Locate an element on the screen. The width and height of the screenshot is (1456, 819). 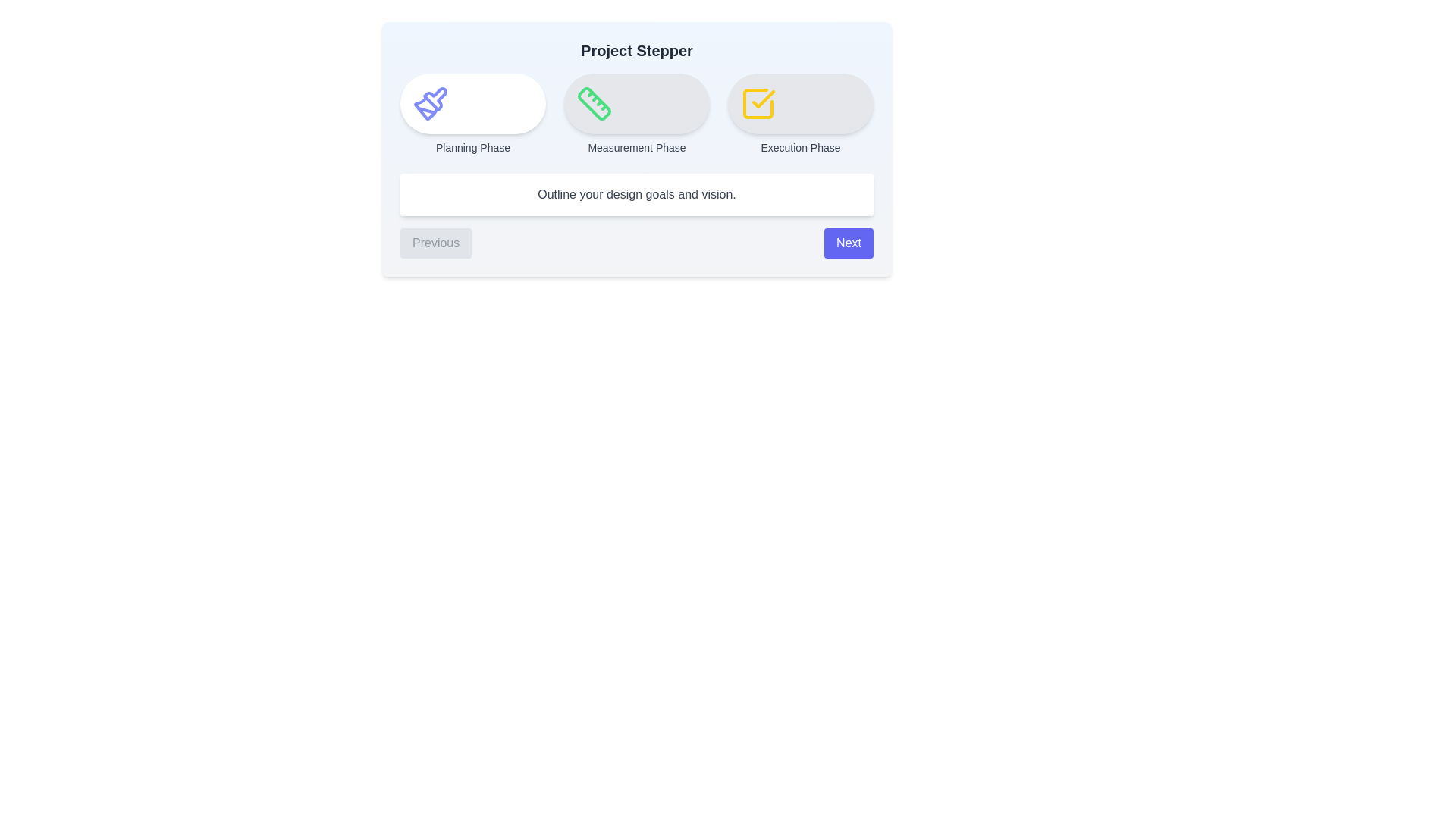
the step icon corresponding to Execution Phase is located at coordinates (800, 103).